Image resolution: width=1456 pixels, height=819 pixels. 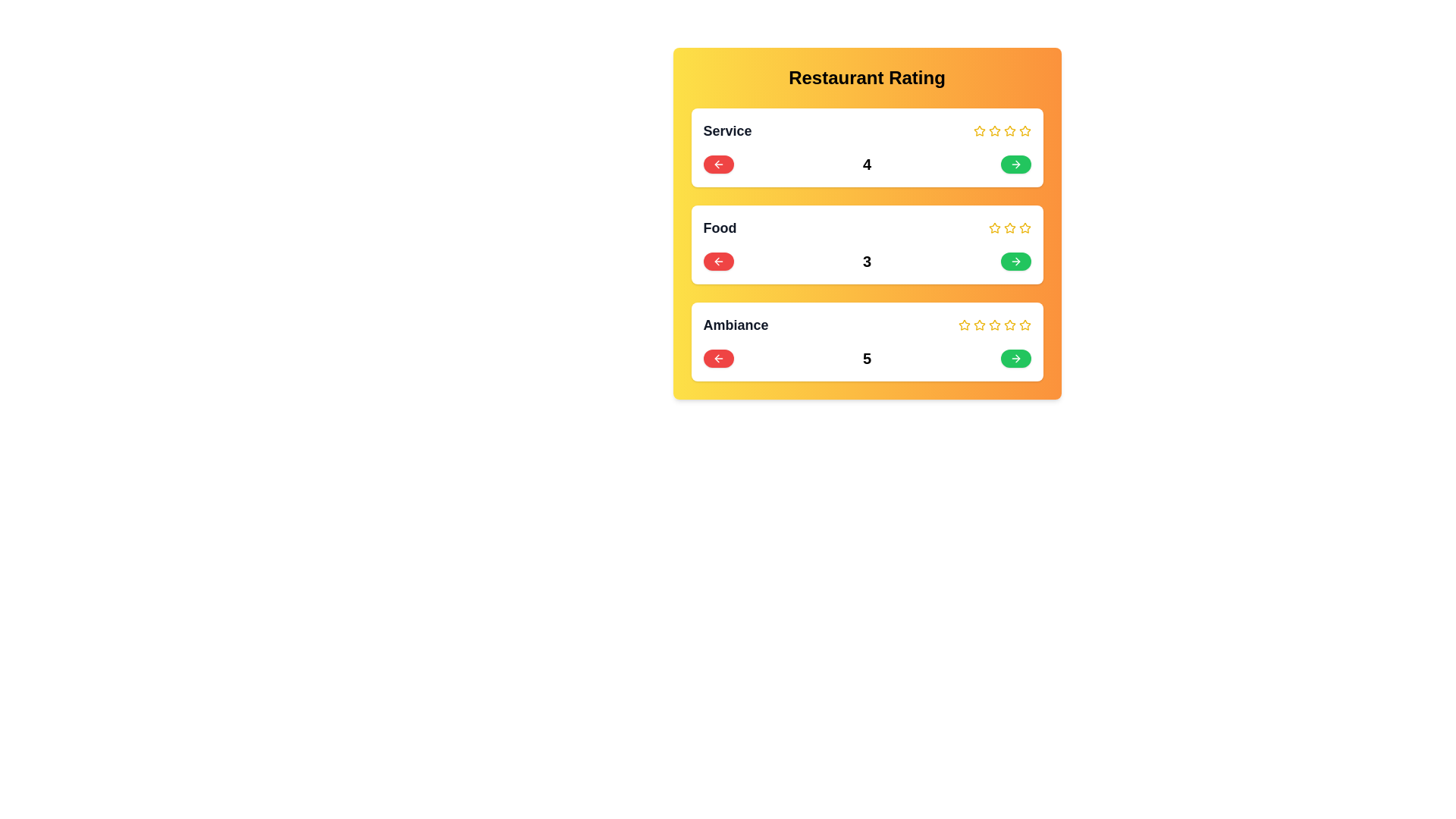 I want to click on the 'Food' rating card, which is the second card in a vertical stack of three cards, so click(x=867, y=227).